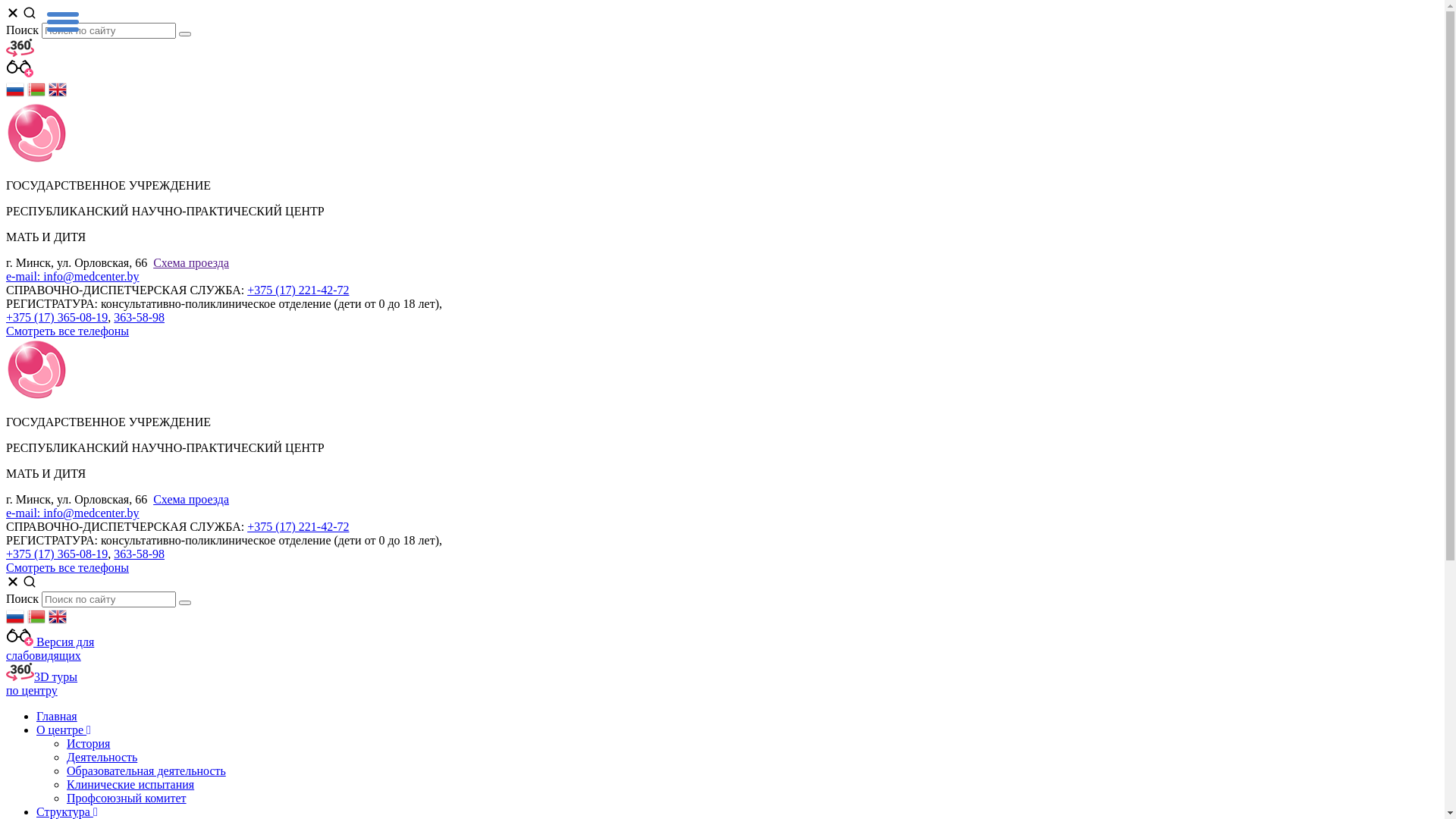  What do you see at coordinates (6, 94) in the screenshot?
I see `'Russian'` at bounding box center [6, 94].